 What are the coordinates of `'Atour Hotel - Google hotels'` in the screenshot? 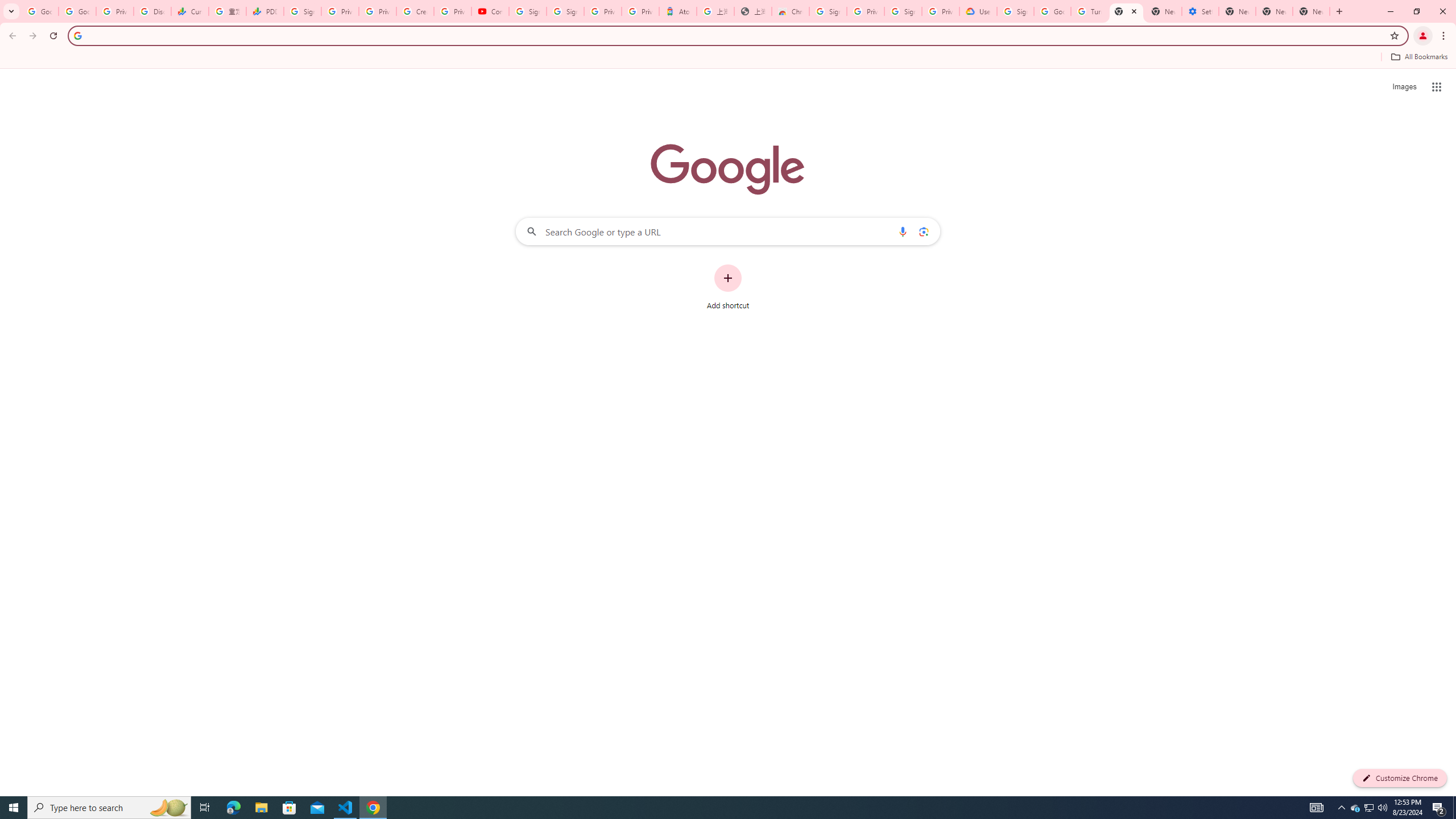 It's located at (677, 11).